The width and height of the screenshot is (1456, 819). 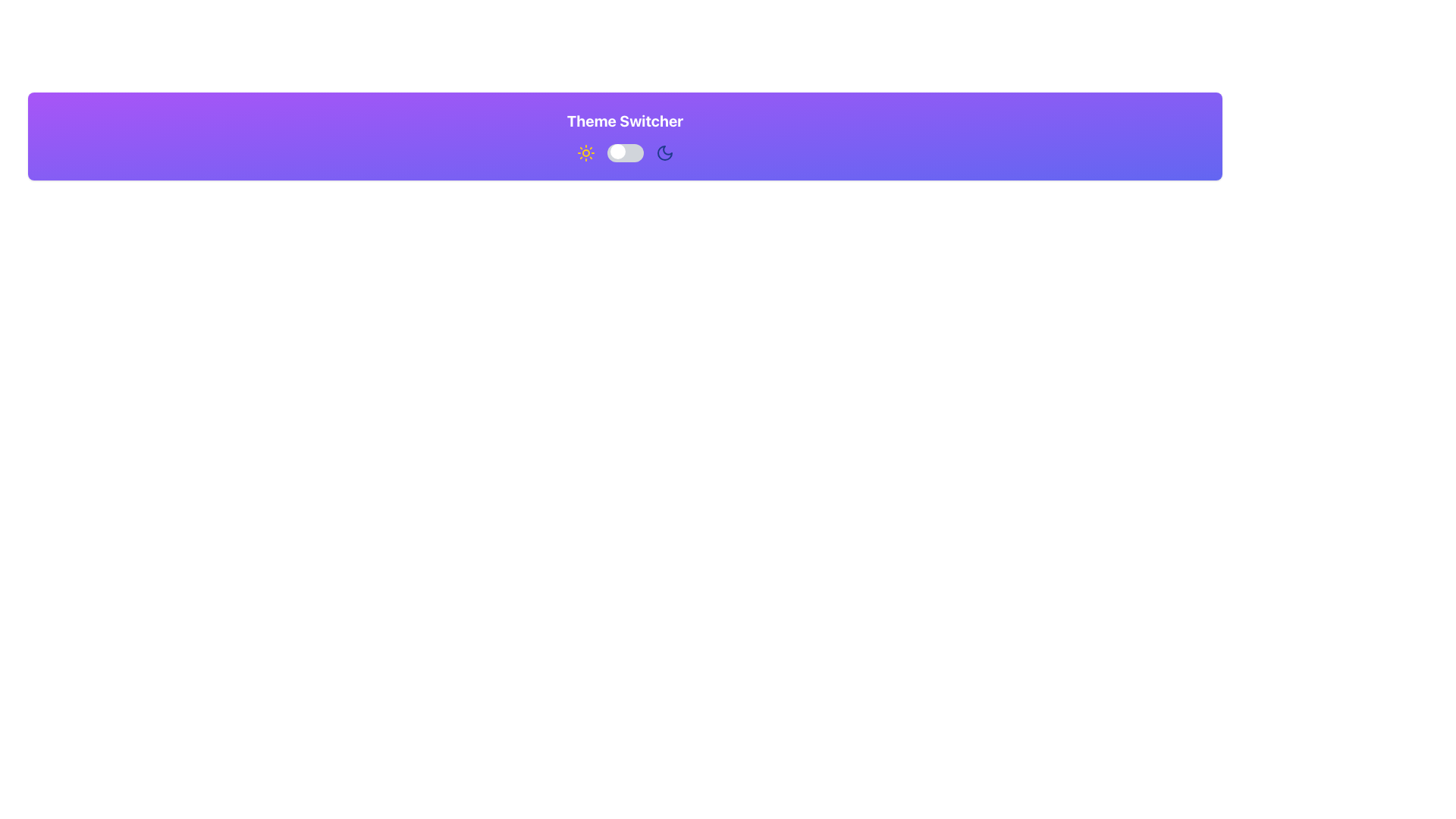 I want to click on the sun icon in the theme switcher interface, so click(x=585, y=152).